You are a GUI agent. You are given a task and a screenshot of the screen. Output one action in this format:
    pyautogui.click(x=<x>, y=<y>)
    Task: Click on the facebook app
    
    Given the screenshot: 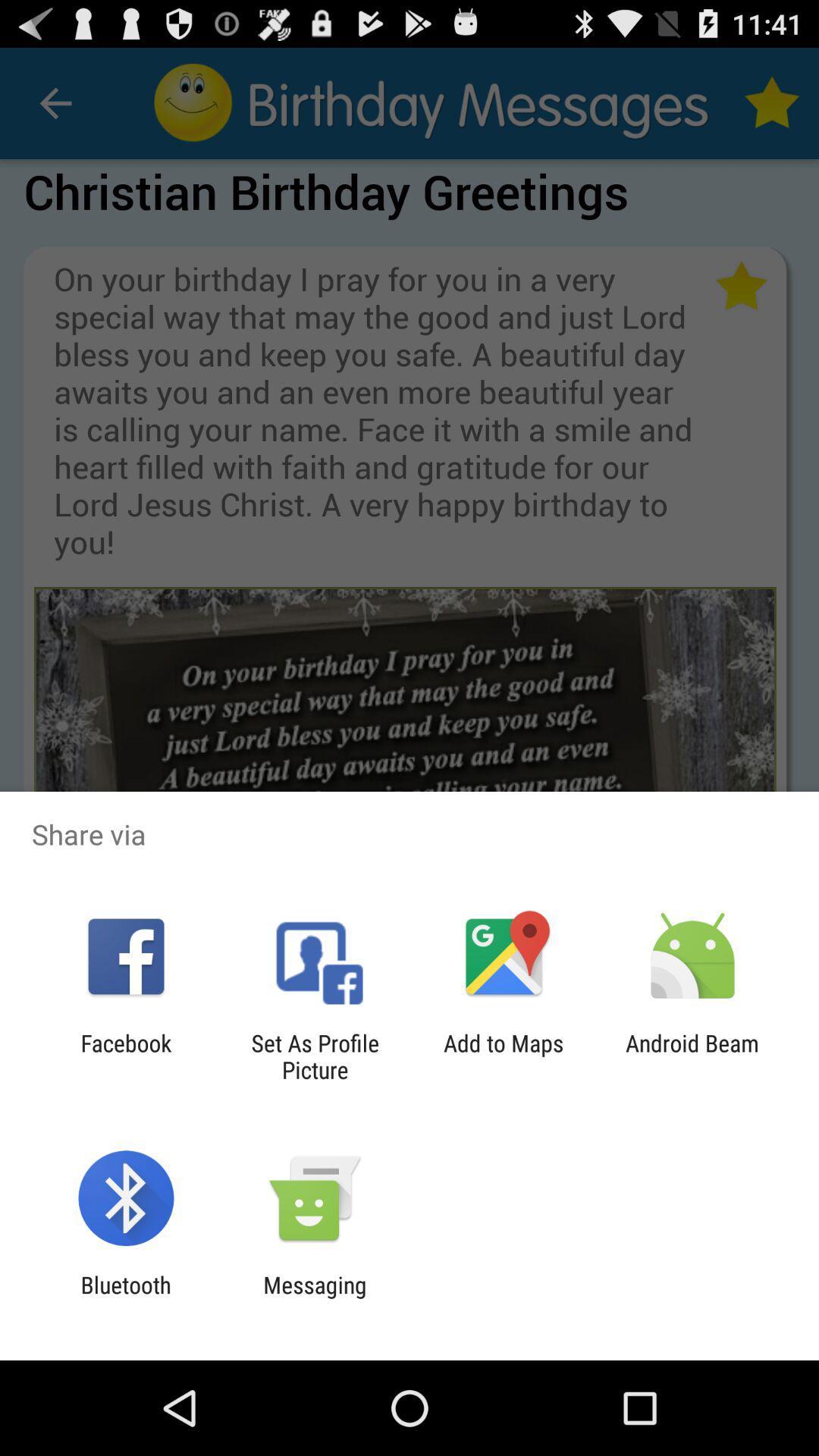 What is the action you would take?
    pyautogui.click(x=125, y=1056)
    